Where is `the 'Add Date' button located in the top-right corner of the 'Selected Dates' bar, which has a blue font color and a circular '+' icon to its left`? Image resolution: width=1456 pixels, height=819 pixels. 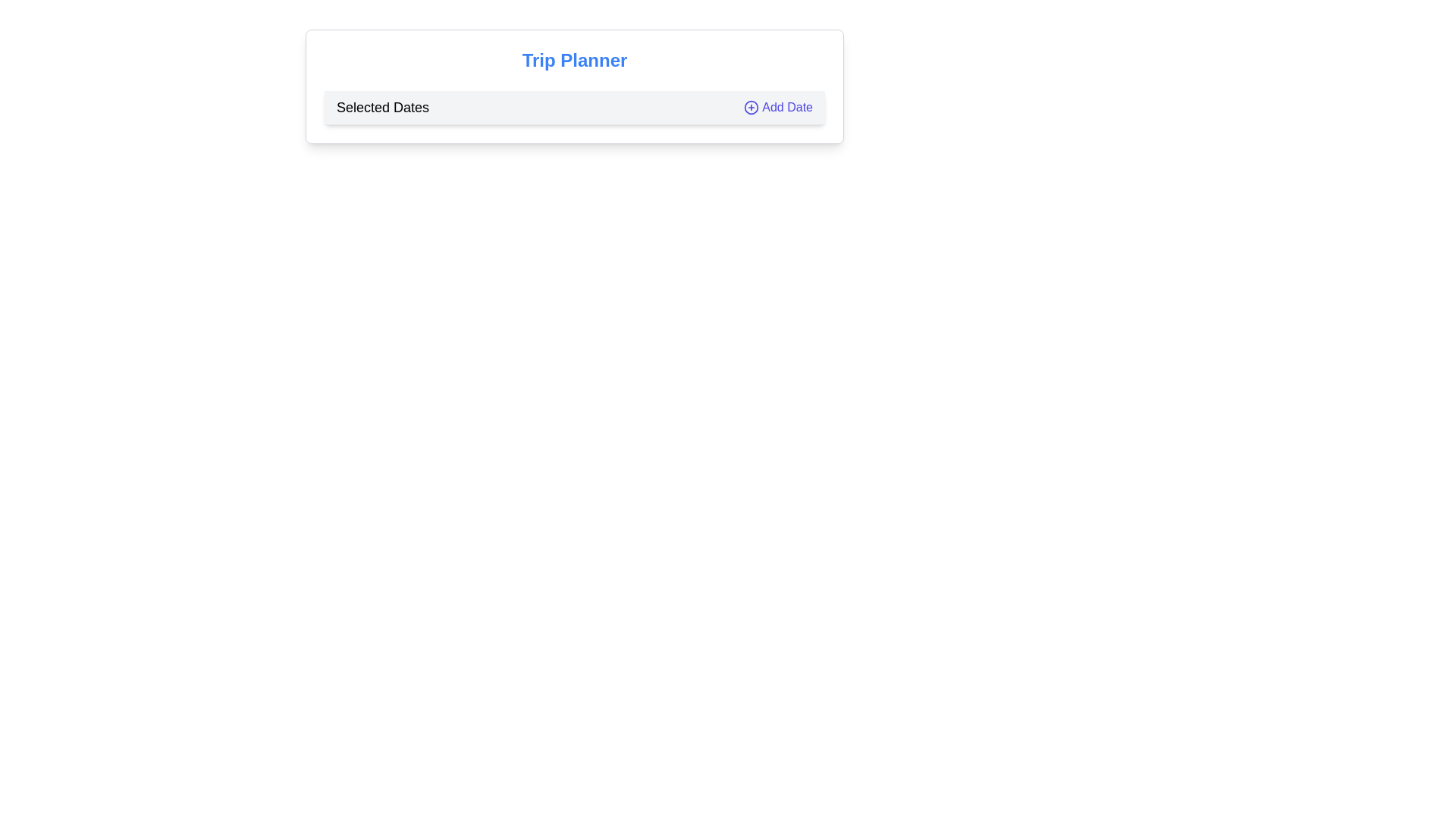 the 'Add Date' button located in the top-right corner of the 'Selected Dates' bar, which has a blue font color and a circular '+' icon to its left is located at coordinates (778, 107).